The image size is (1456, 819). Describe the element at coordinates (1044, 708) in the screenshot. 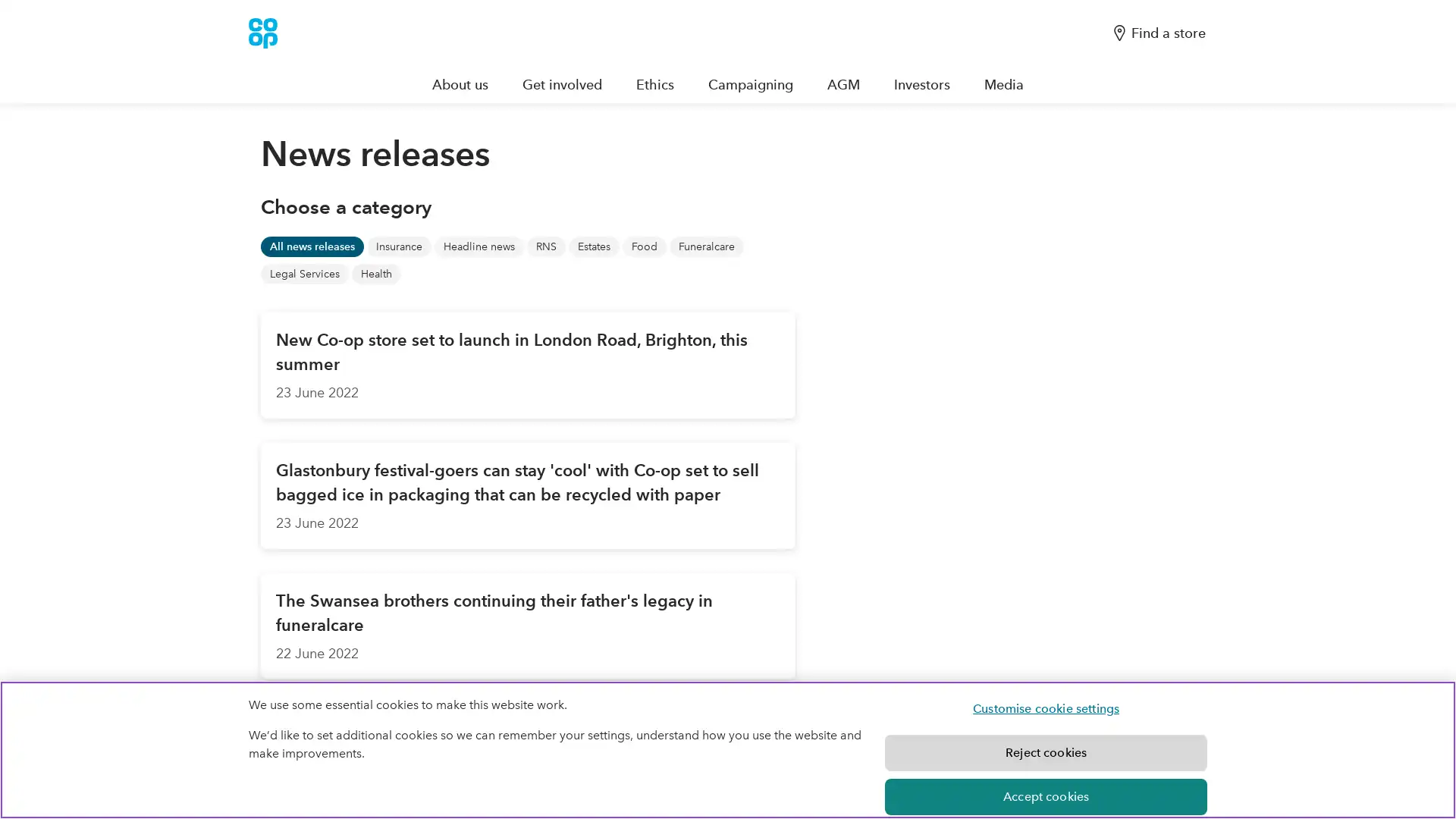

I see `Customise cookie settings` at that location.